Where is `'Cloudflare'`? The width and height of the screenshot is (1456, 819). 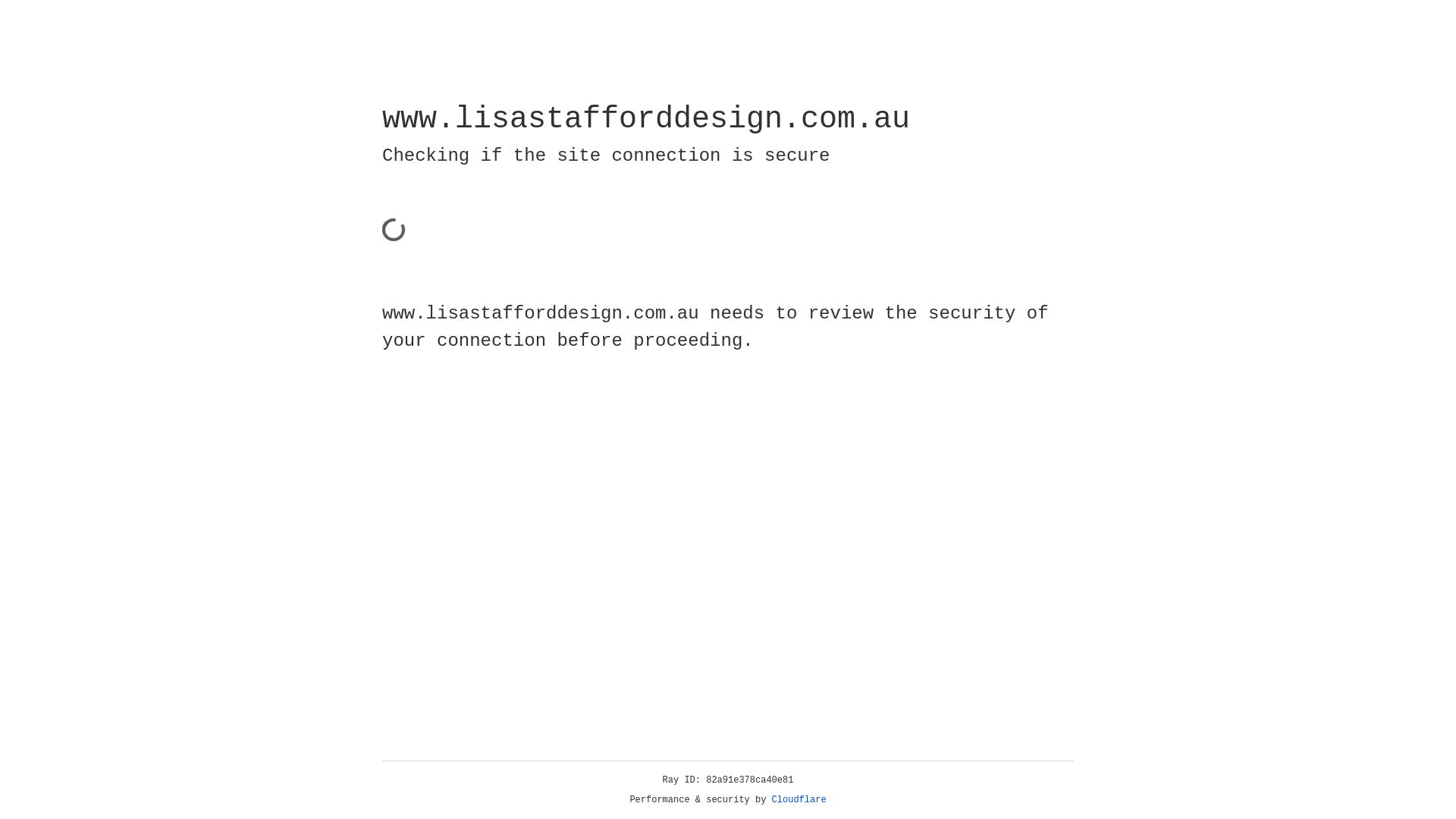 'Cloudflare' is located at coordinates (771, 799).